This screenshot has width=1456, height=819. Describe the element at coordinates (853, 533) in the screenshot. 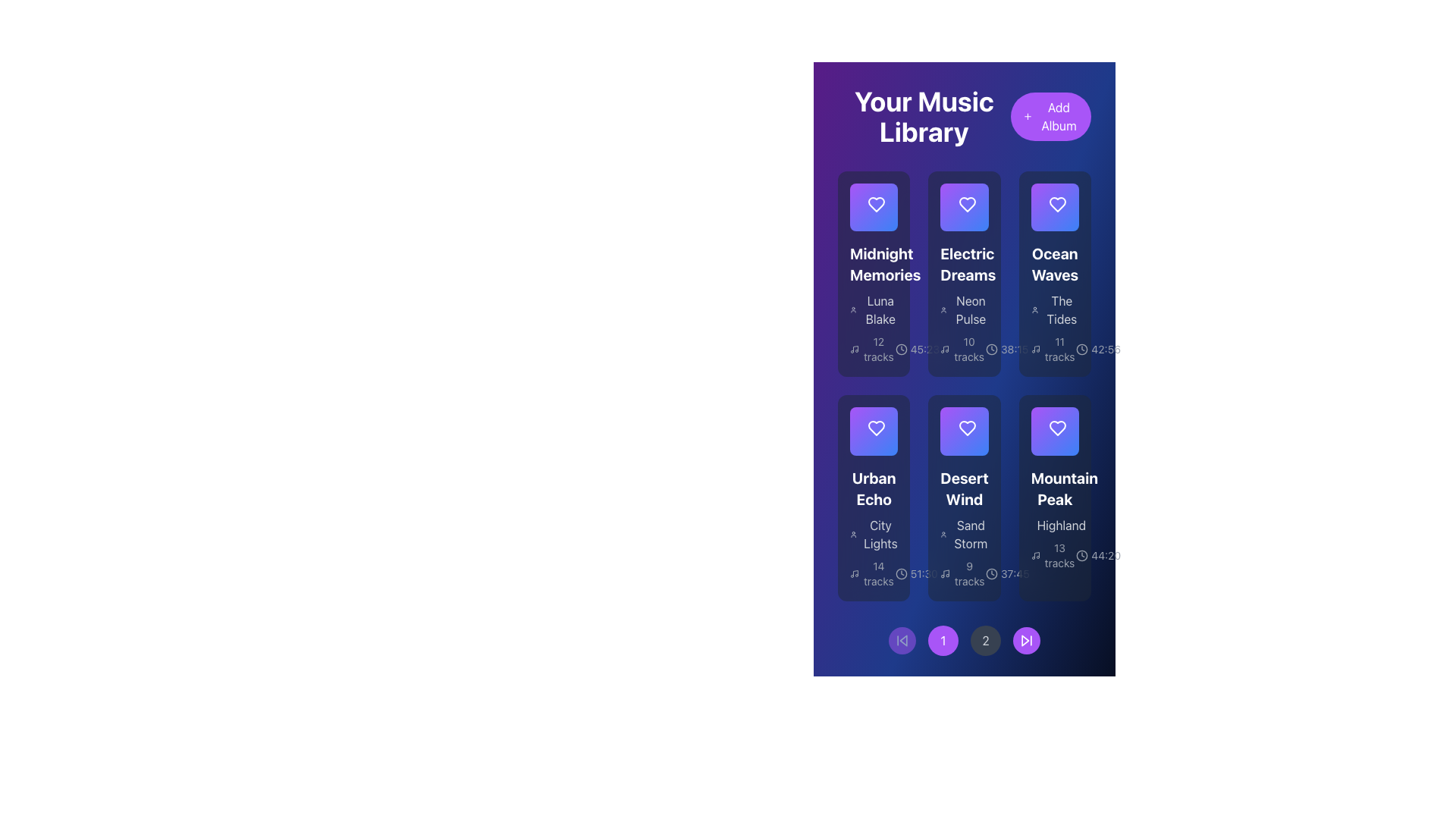

I see `the User Profile icon located to the left of the 'City Lights' text in the 'Urban Echo' album section` at that location.